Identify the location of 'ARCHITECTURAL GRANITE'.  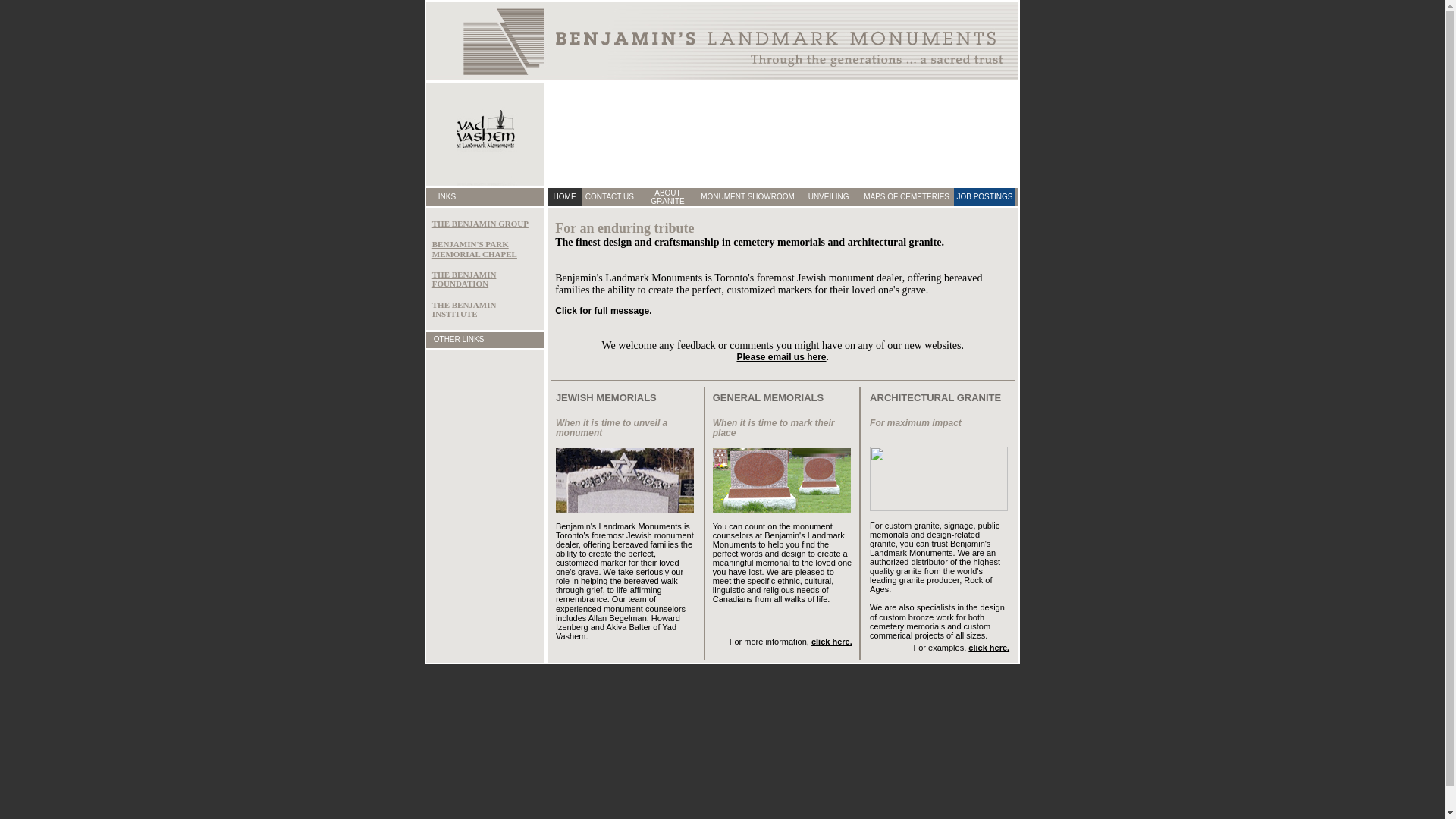
(870, 397).